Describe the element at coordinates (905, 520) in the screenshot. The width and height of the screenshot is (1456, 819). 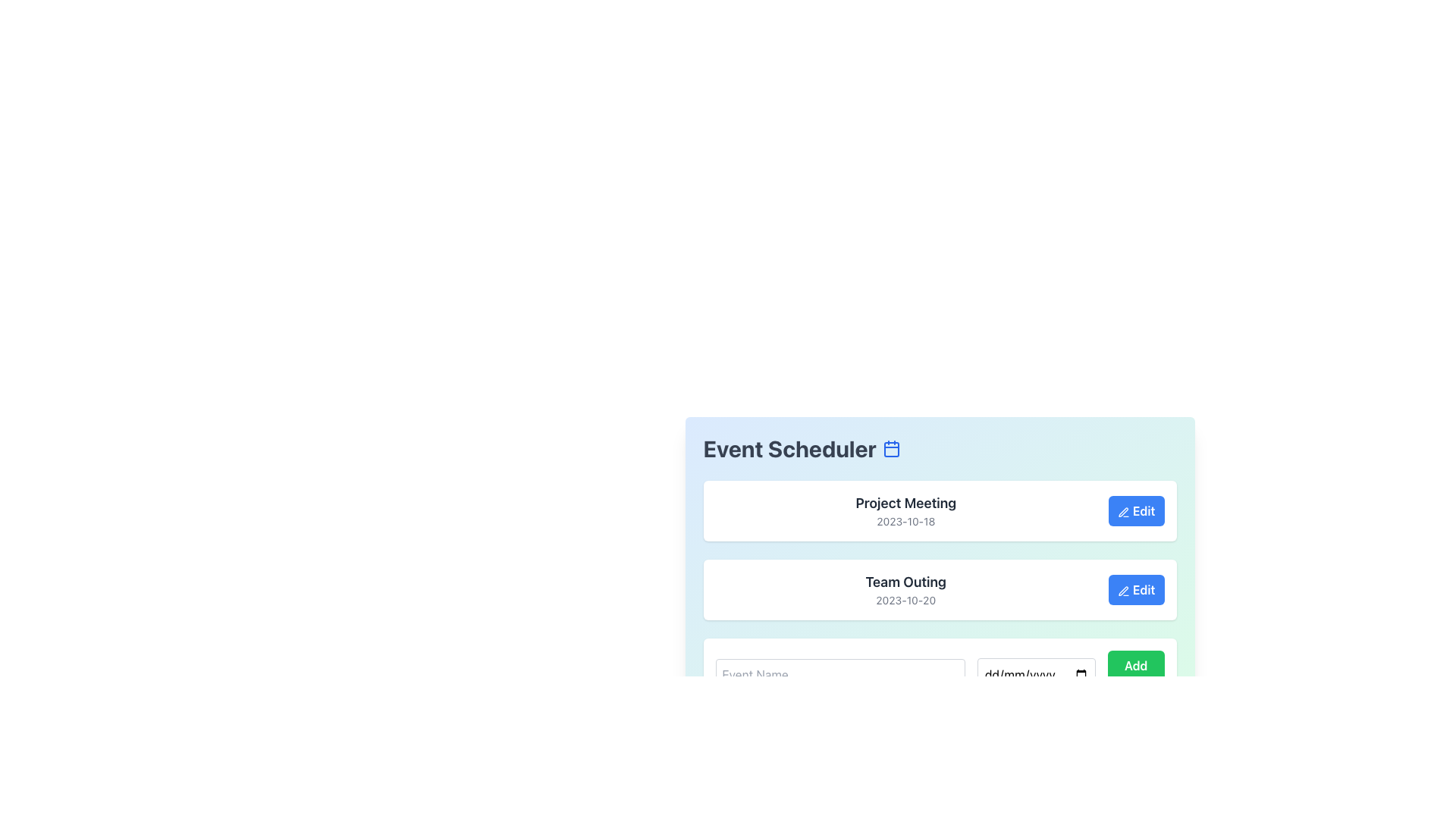
I see `the text label indicating the scheduled date for the 'Project Meeting', located directly below the title in the event entry list` at that location.